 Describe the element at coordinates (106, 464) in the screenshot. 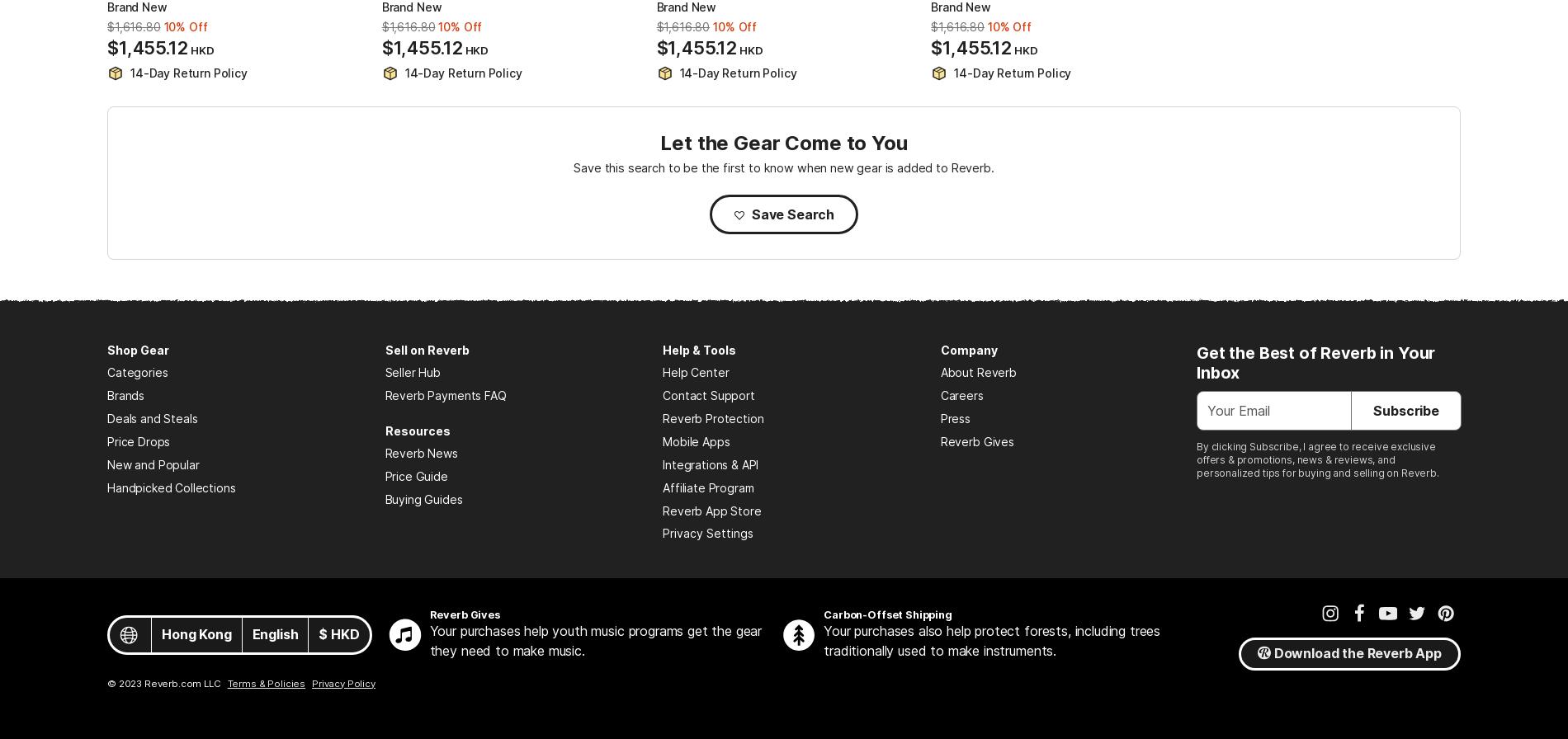

I see `'New and Popular'` at that location.